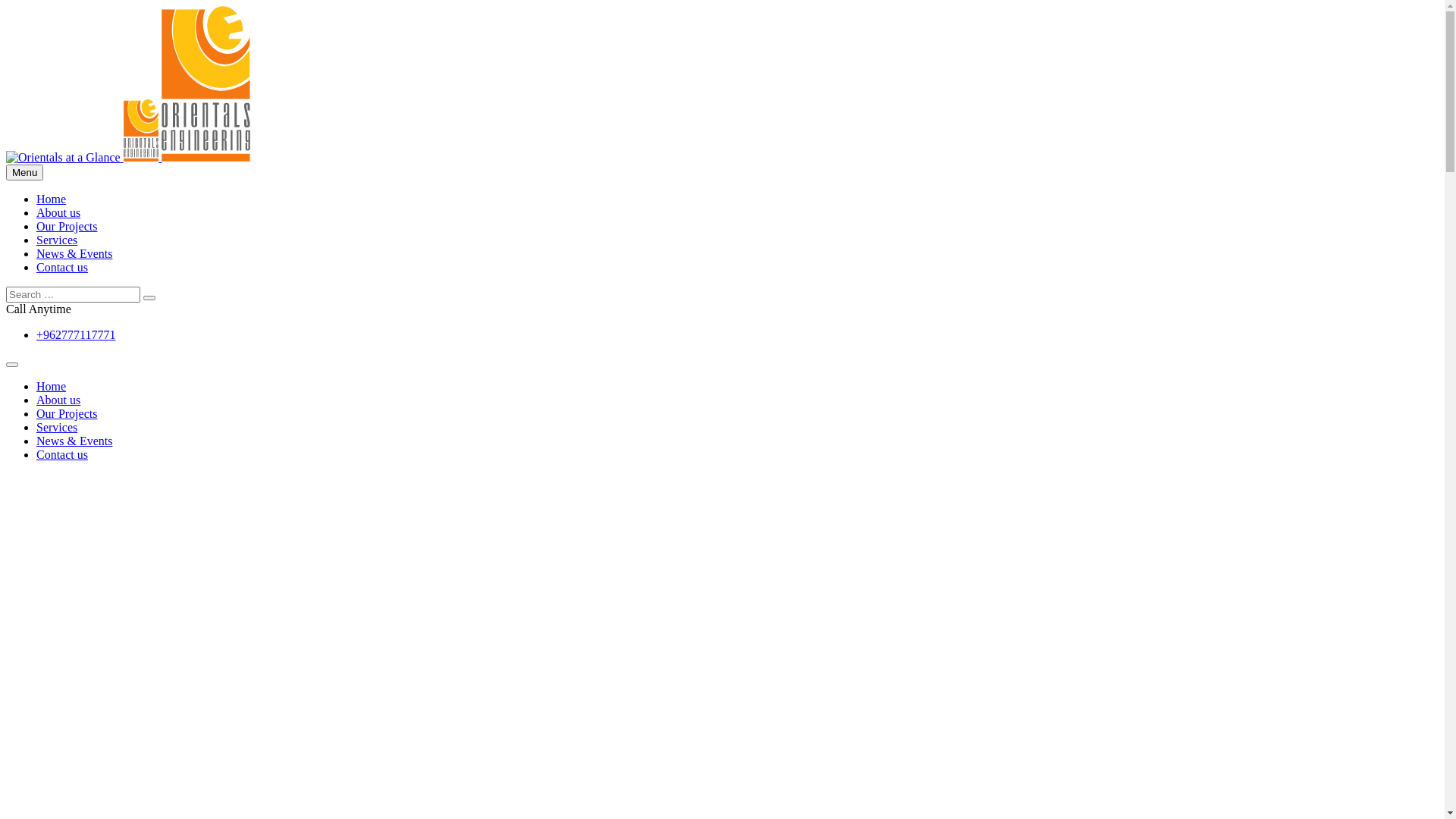 This screenshot has width=1456, height=819. I want to click on 'Menu', so click(24, 171).